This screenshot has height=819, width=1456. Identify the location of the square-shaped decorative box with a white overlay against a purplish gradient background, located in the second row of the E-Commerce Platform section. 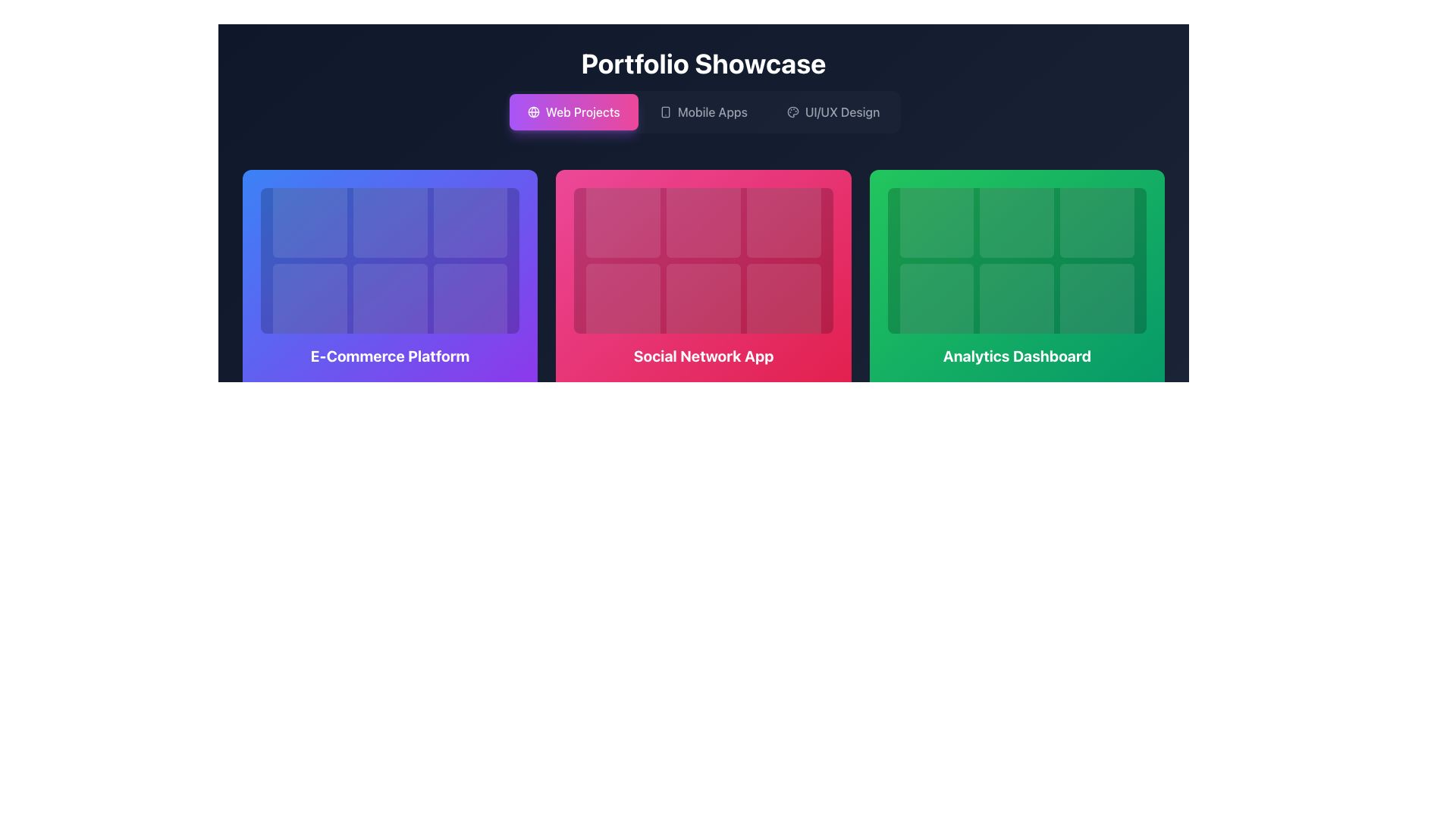
(390, 300).